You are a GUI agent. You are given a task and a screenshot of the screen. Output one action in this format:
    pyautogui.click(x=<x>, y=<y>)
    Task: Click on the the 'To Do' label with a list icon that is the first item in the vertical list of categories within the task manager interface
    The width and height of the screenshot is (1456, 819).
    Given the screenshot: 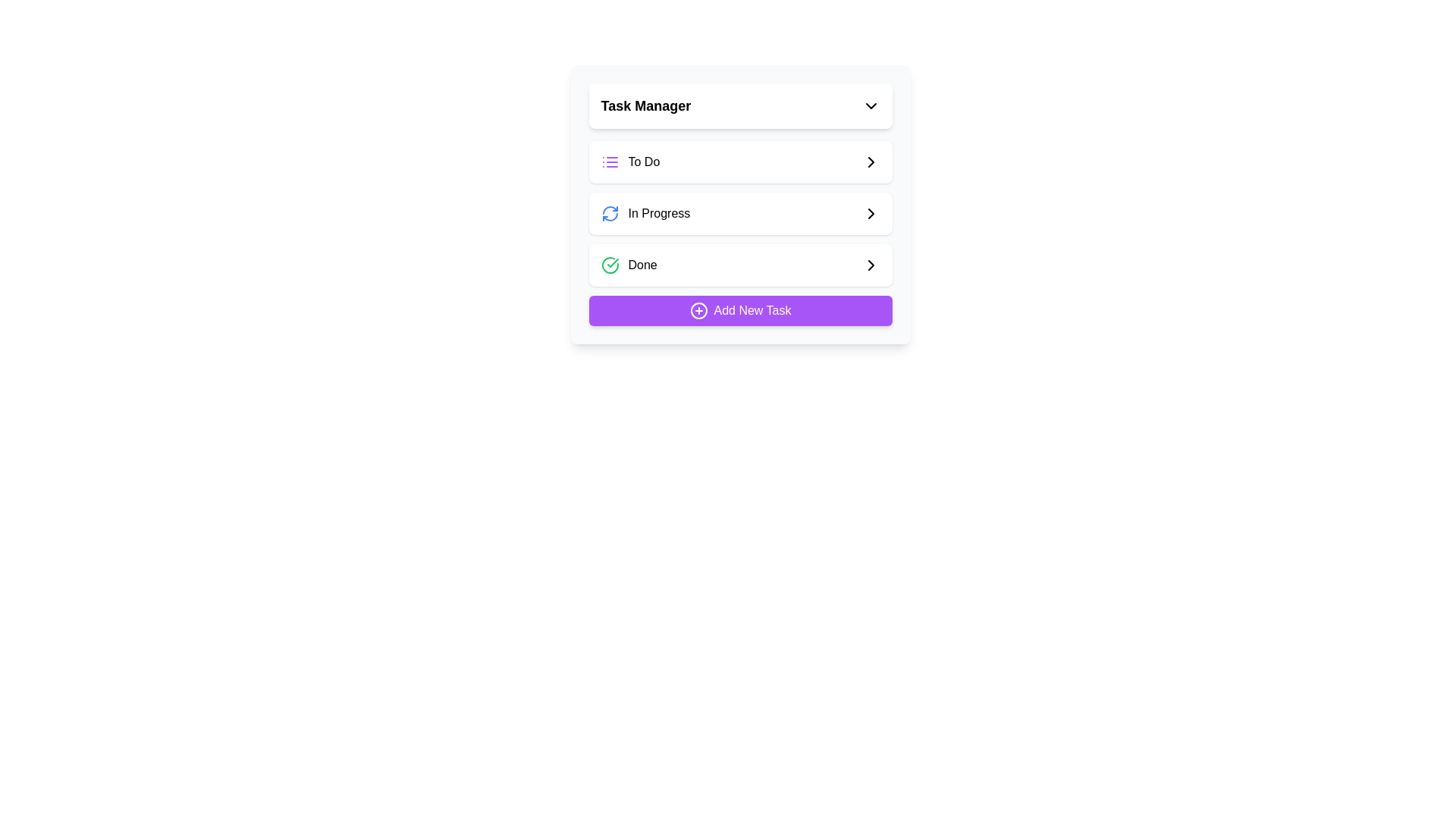 What is the action you would take?
    pyautogui.click(x=630, y=162)
    